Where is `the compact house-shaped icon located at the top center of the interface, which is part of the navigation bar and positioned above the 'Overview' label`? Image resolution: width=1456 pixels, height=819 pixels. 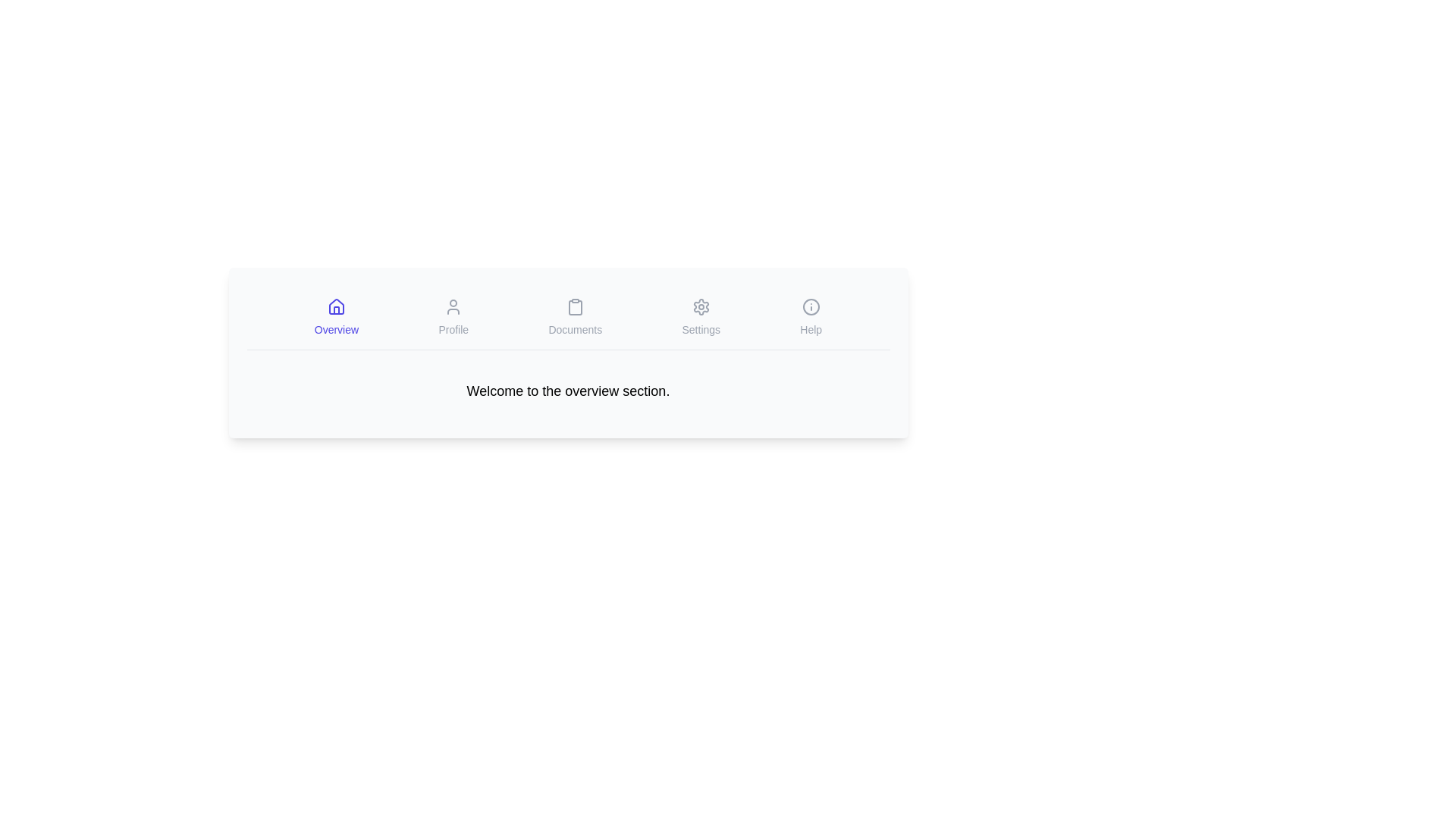 the compact house-shaped icon located at the top center of the interface, which is part of the navigation bar and positioned above the 'Overview' label is located at coordinates (335, 307).